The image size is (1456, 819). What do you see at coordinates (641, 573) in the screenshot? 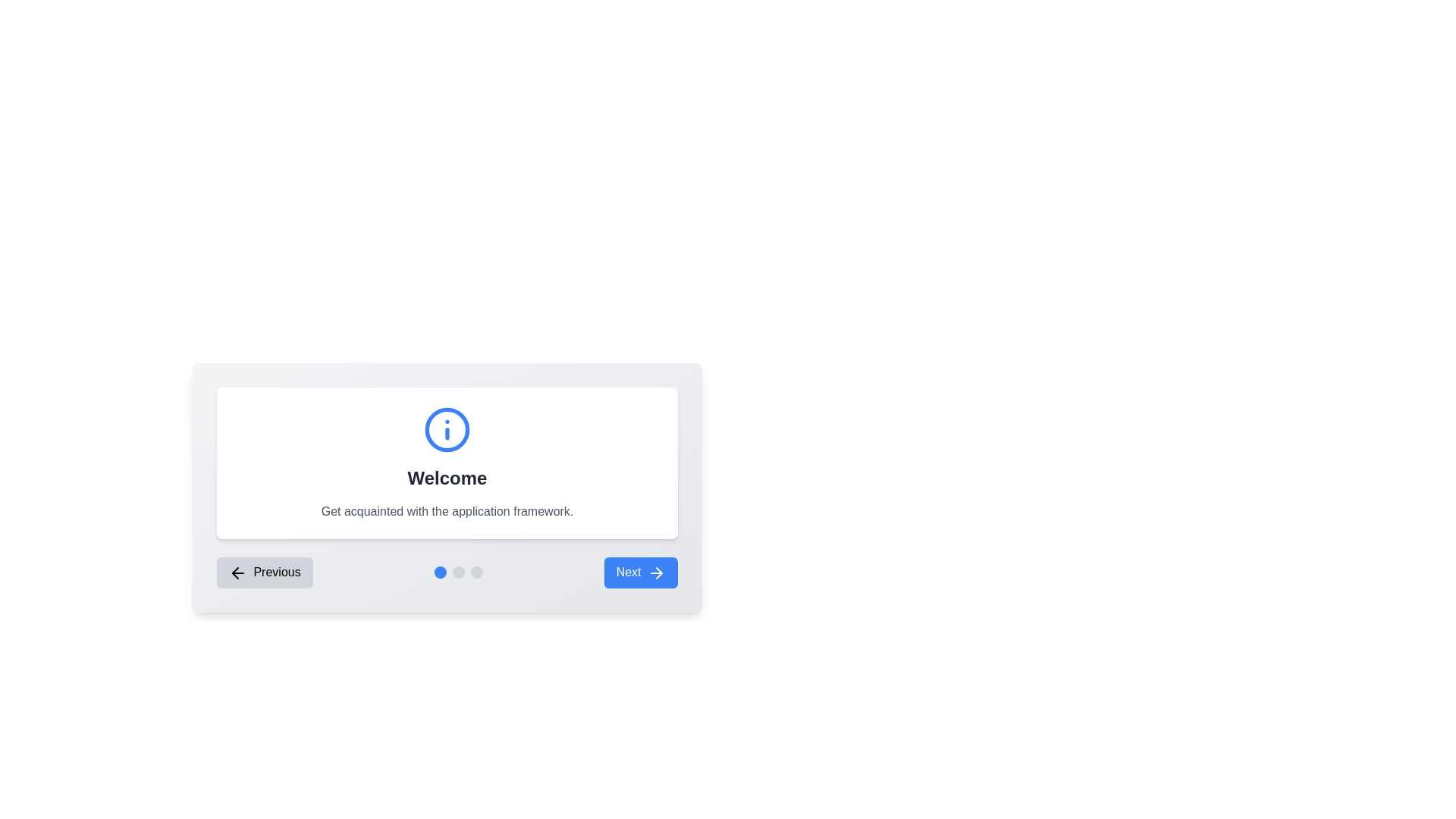
I see `the blue rectangular button labeled 'Next' with a right-pointing arrow icon` at bounding box center [641, 573].